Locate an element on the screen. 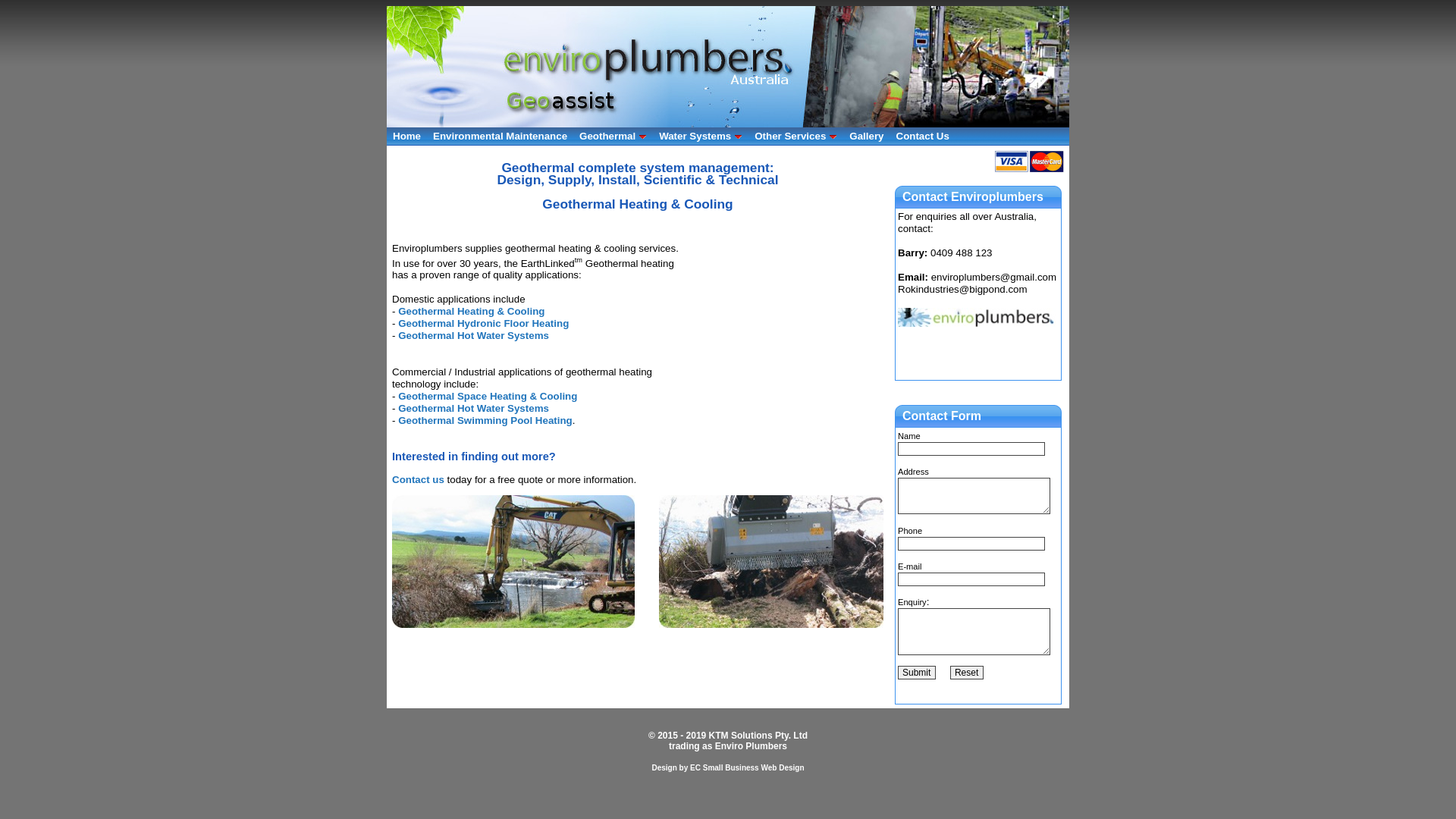 The height and width of the screenshot is (819, 1456). 'YouTube video player' is located at coordinates (789, 357).